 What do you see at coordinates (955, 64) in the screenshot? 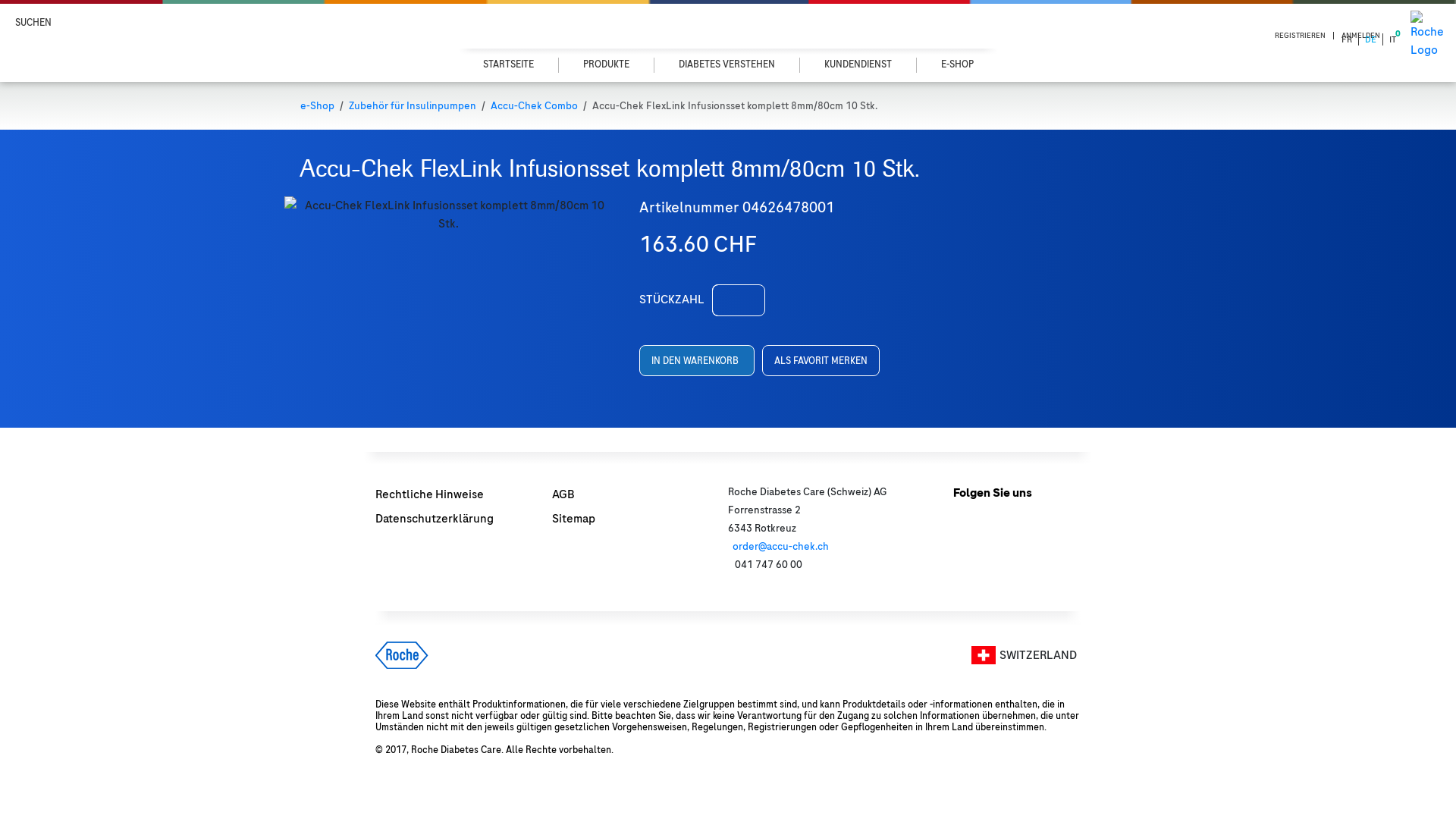
I see `'E-SHOP'` at bounding box center [955, 64].